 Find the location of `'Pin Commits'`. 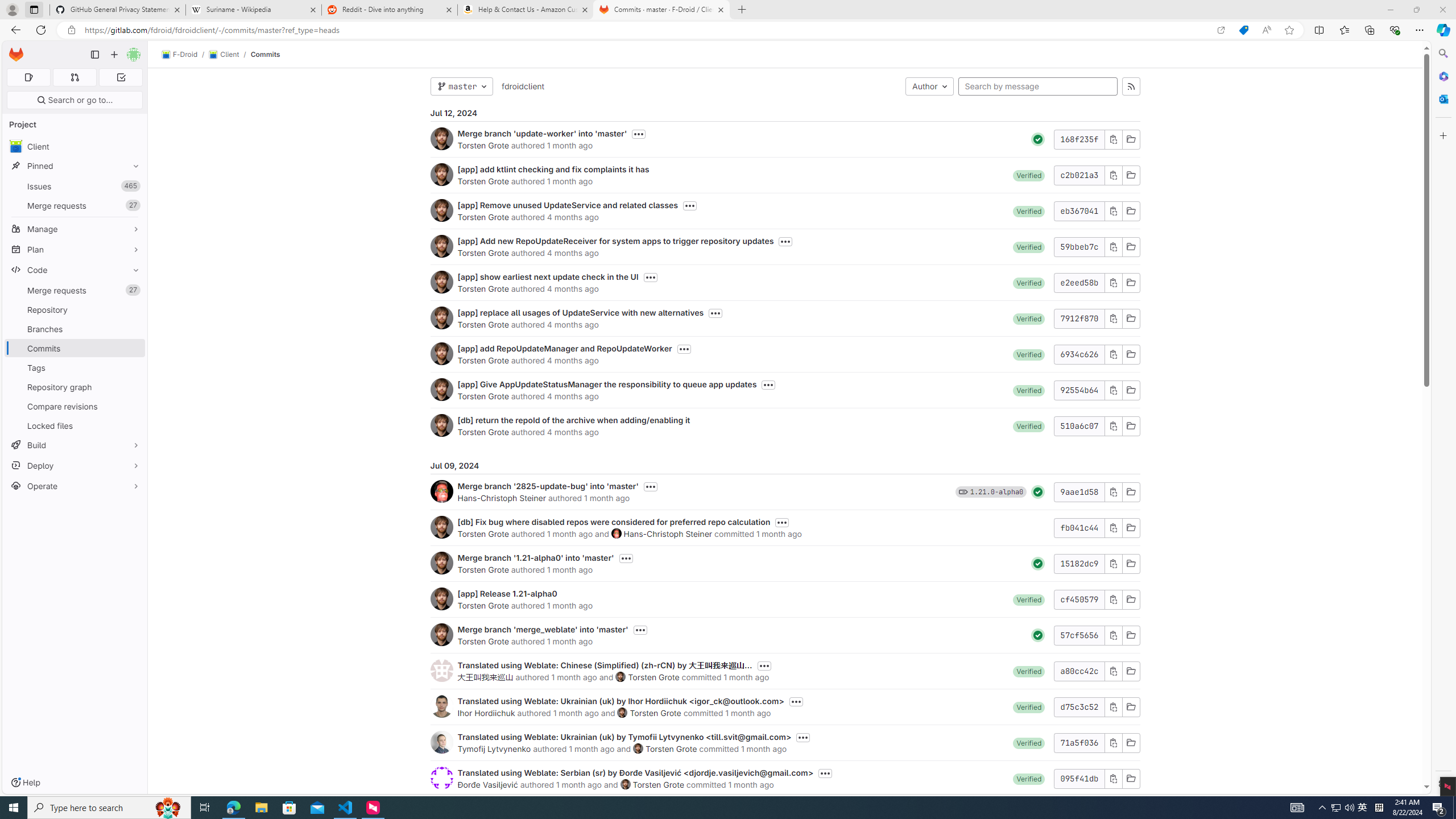

'Pin Commits' is located at coordinates (133, 348).